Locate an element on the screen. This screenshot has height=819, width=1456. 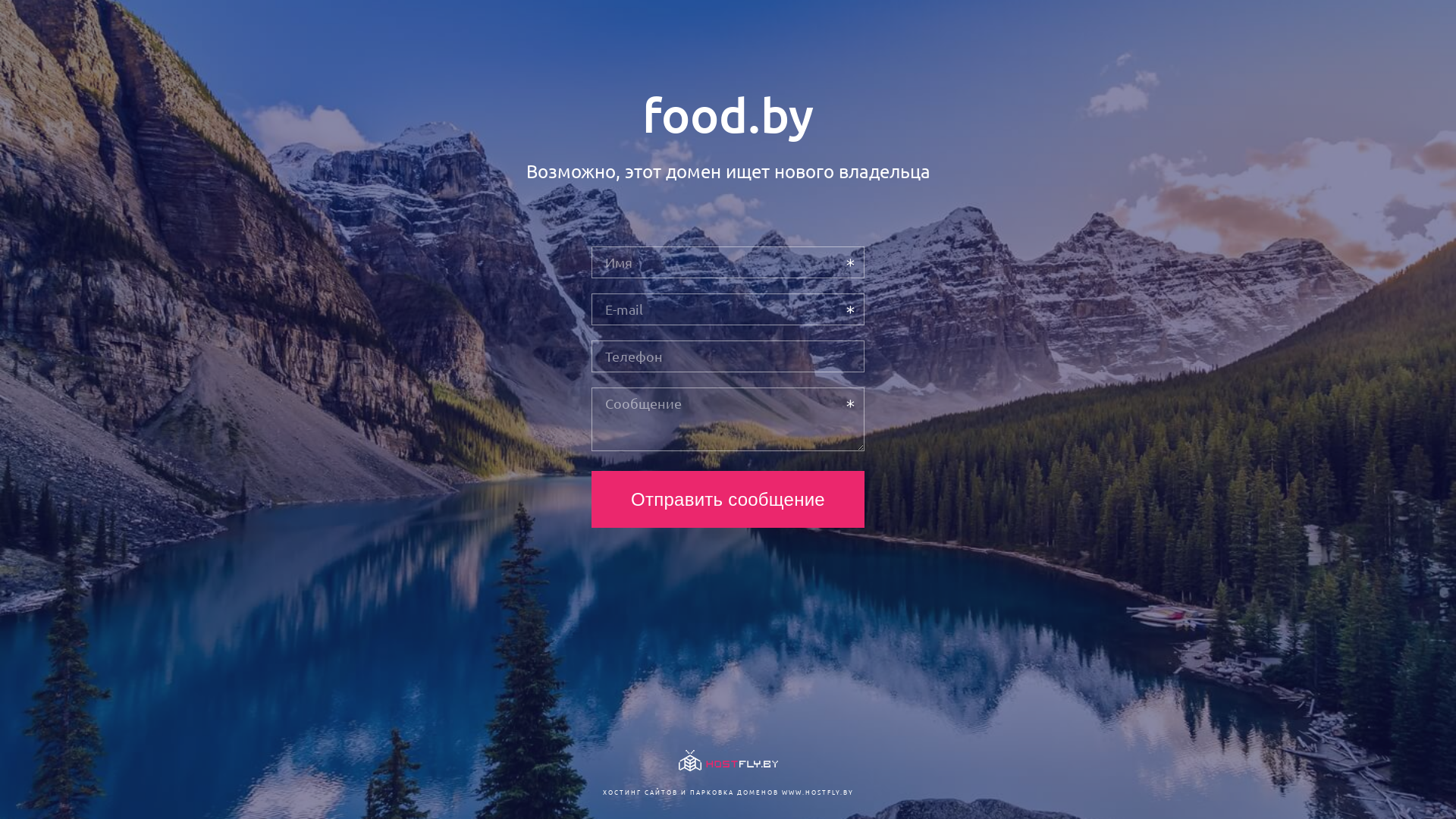
'WWW.HOSTFLY.BY' is located at coordinates (816, 791).